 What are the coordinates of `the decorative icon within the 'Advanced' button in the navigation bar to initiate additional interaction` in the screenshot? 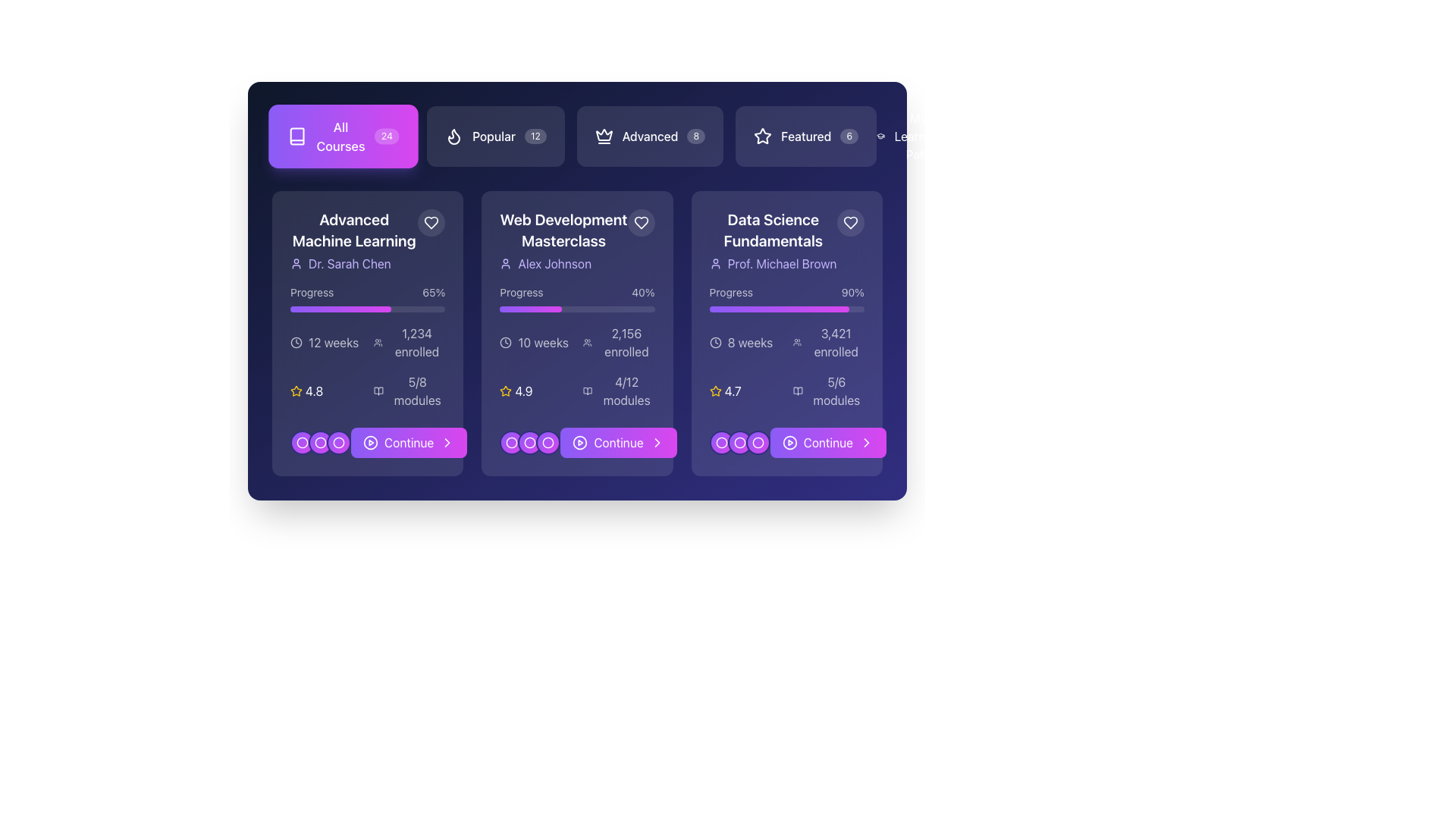 It's located at (603, 133).